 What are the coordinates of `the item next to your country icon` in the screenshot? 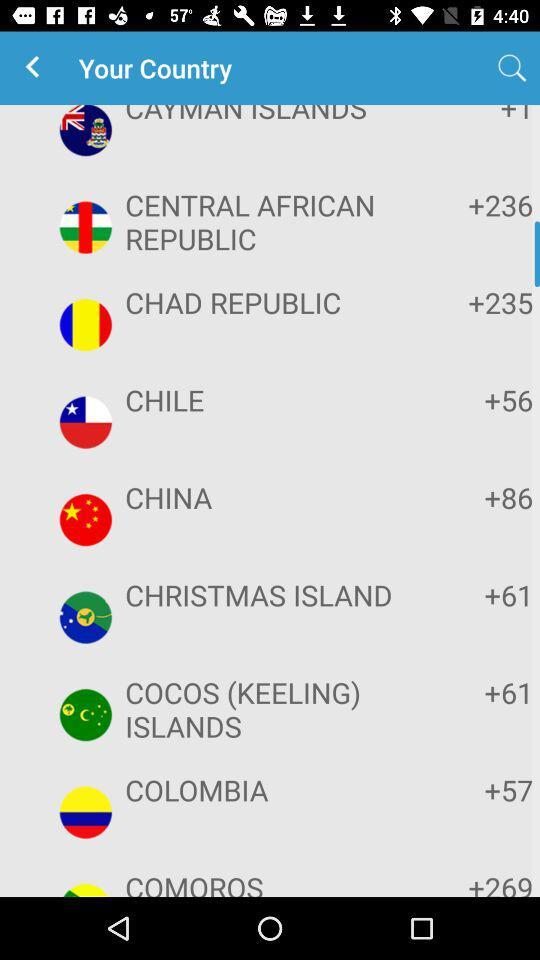 It's located at (36, 68).